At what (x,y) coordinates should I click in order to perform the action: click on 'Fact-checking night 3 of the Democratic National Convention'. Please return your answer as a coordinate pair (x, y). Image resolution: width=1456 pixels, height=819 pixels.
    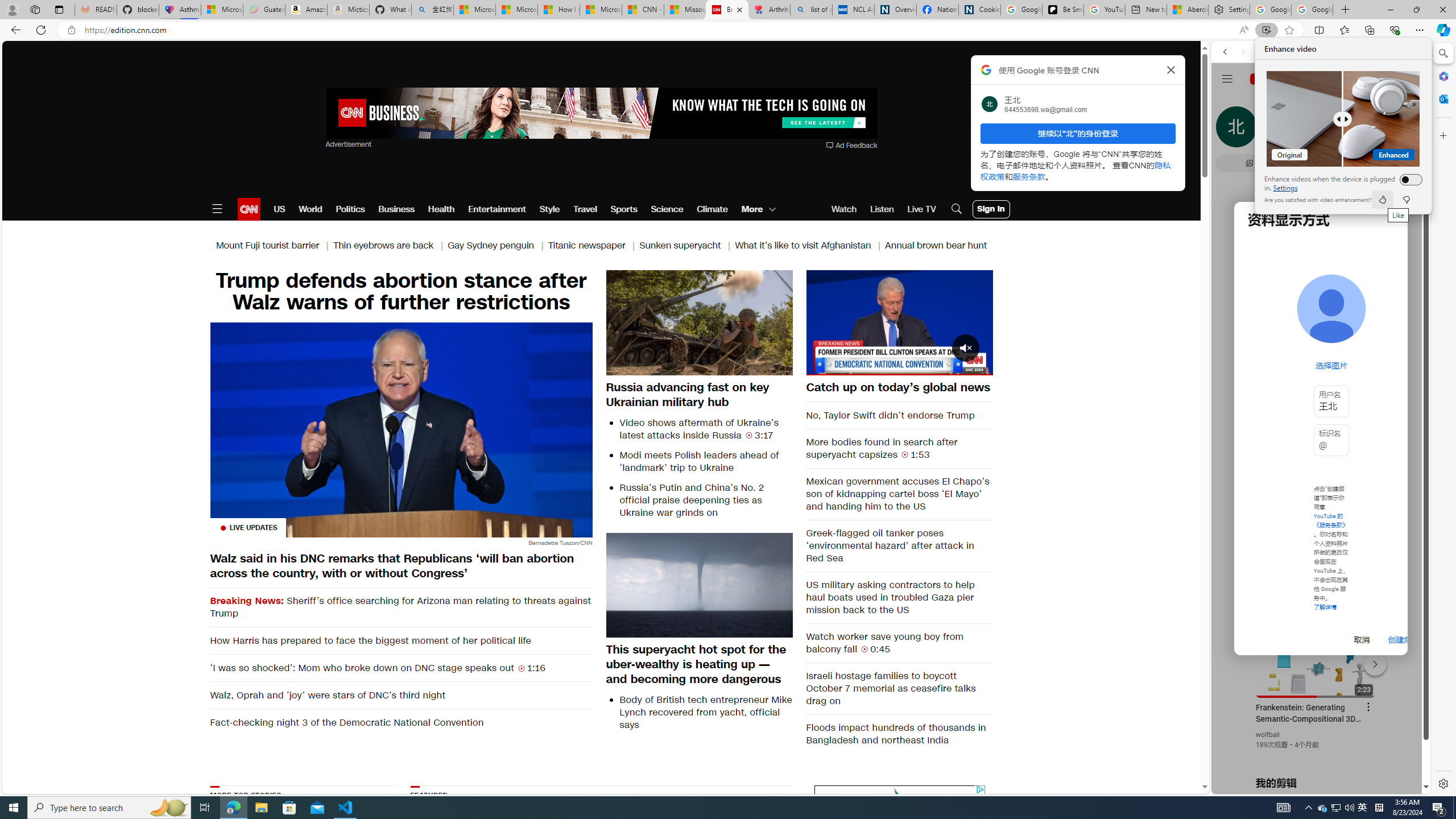
    Looking at the image, I should click on (401, 722).